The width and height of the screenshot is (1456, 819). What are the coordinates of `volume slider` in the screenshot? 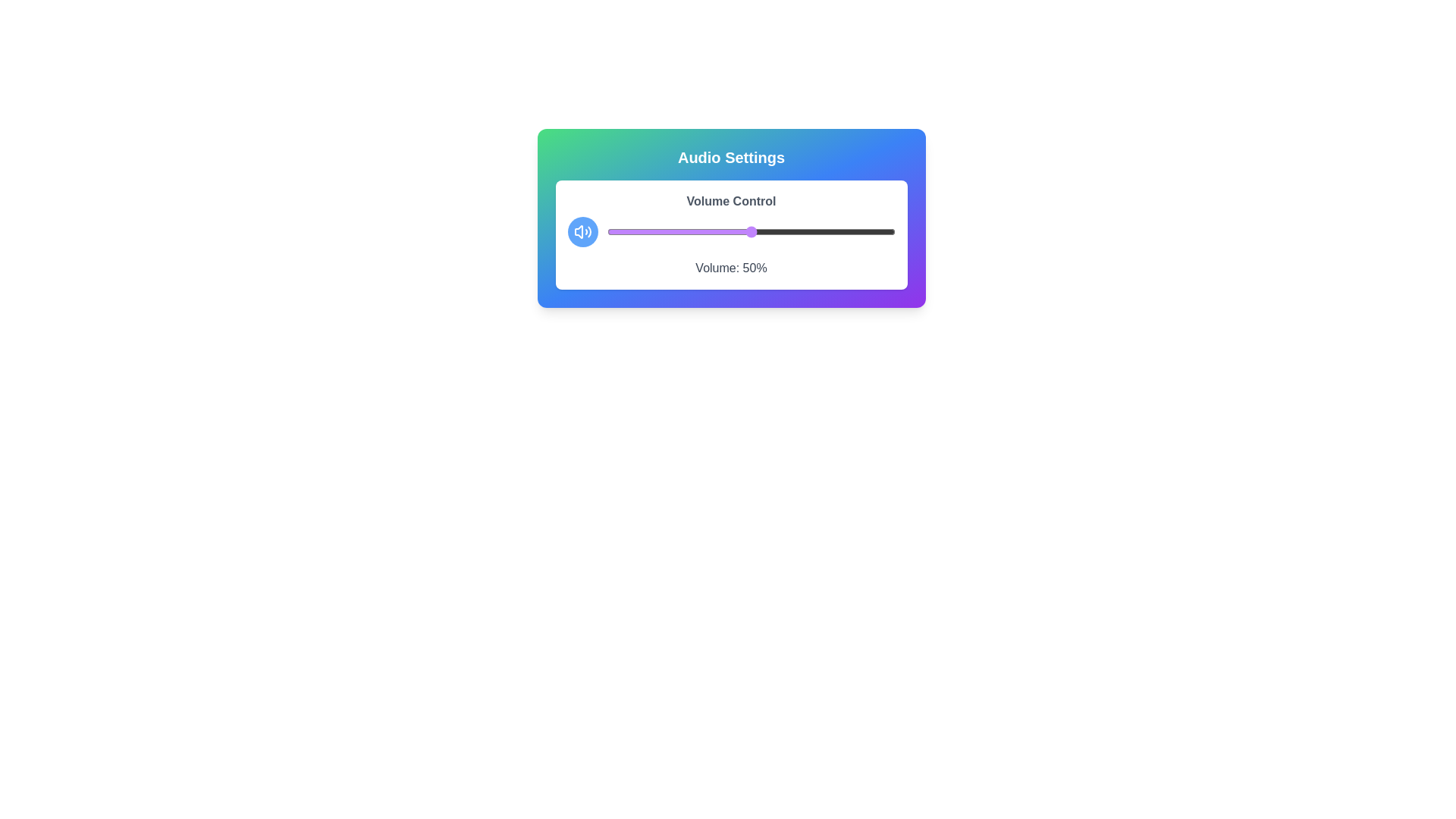 It's located at (728, 231).